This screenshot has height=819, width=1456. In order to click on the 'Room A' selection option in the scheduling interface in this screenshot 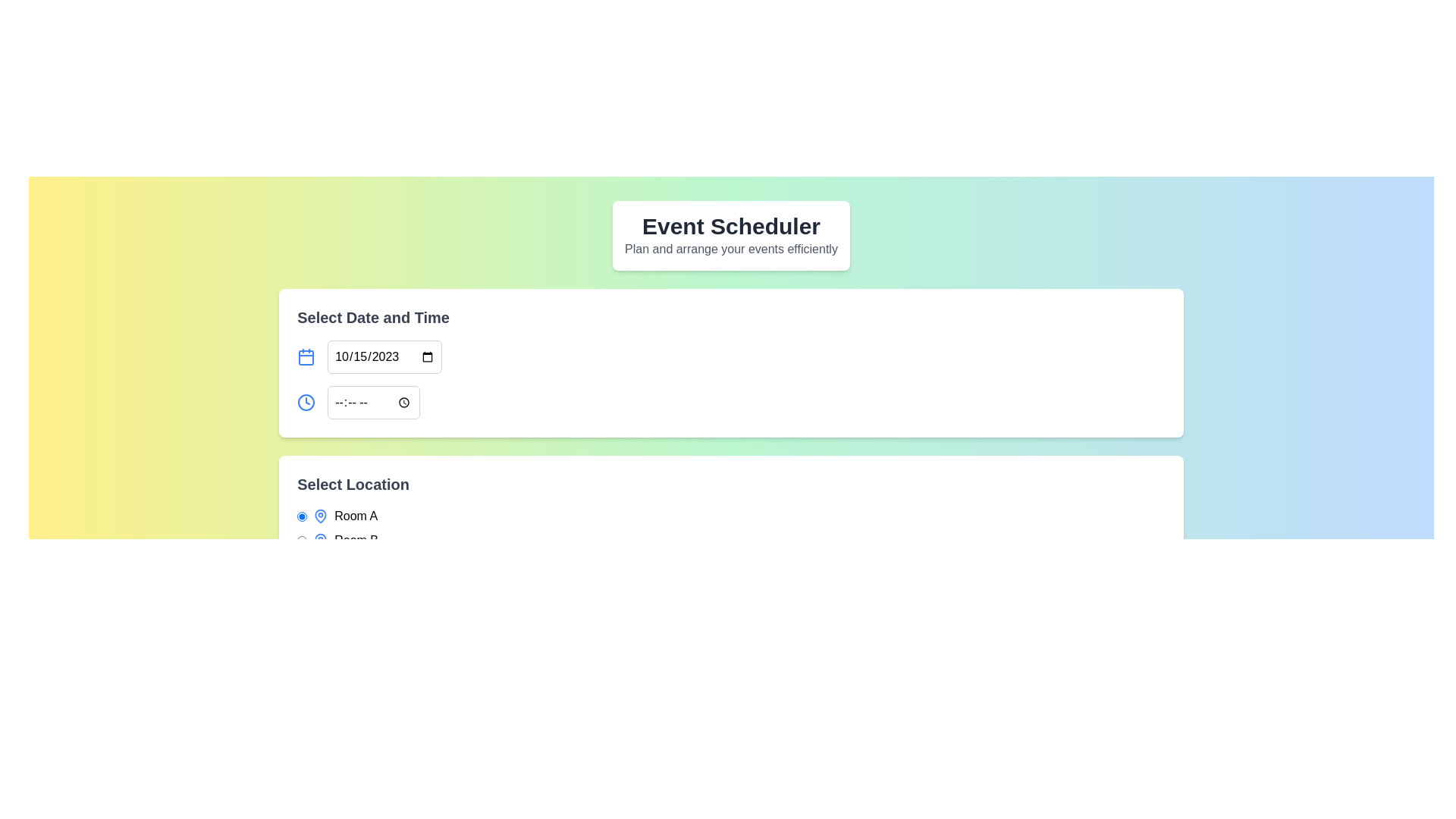, I will do `click(337, 516)`.